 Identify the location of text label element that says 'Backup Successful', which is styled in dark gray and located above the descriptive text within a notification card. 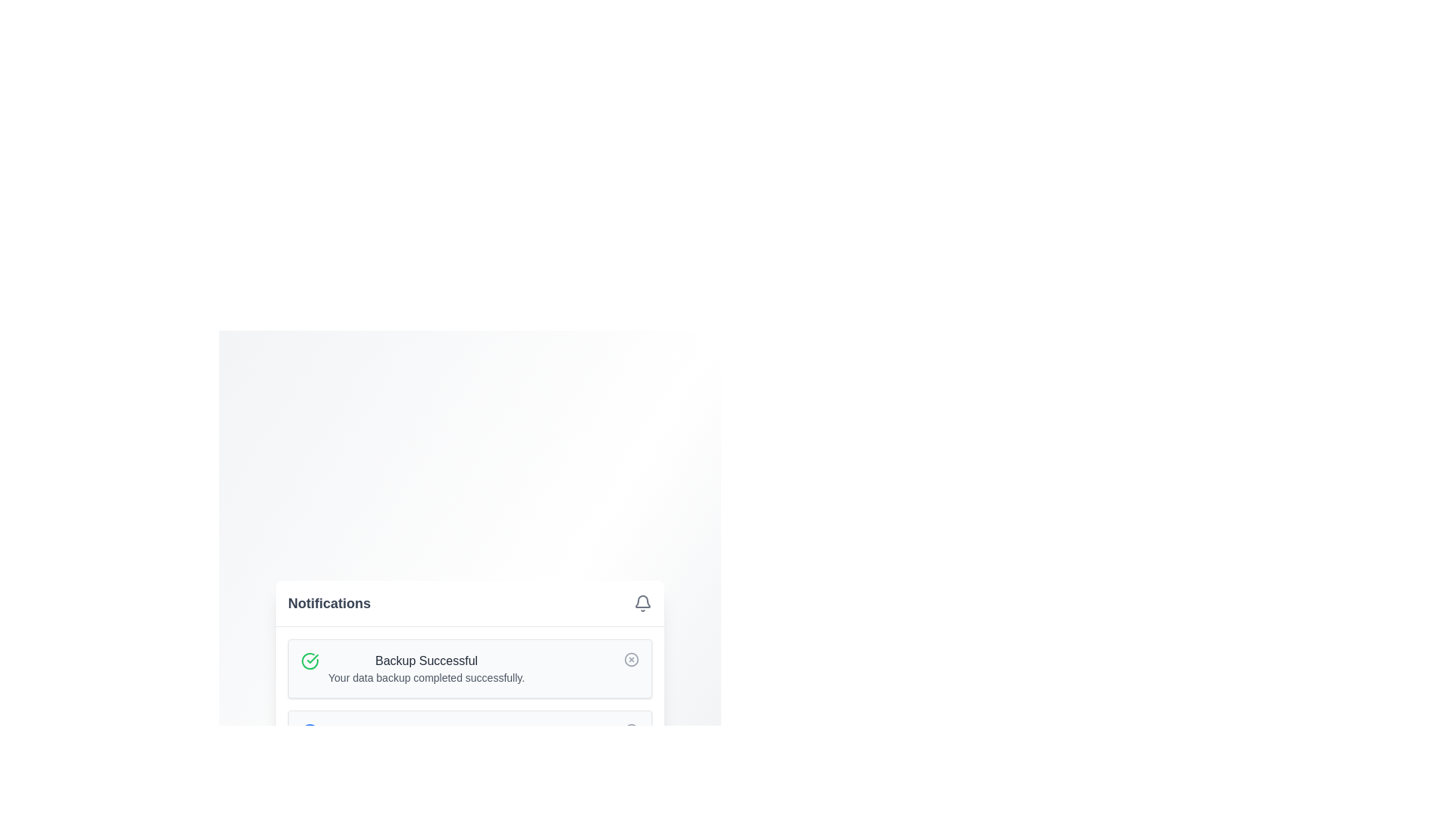
(425, 660).